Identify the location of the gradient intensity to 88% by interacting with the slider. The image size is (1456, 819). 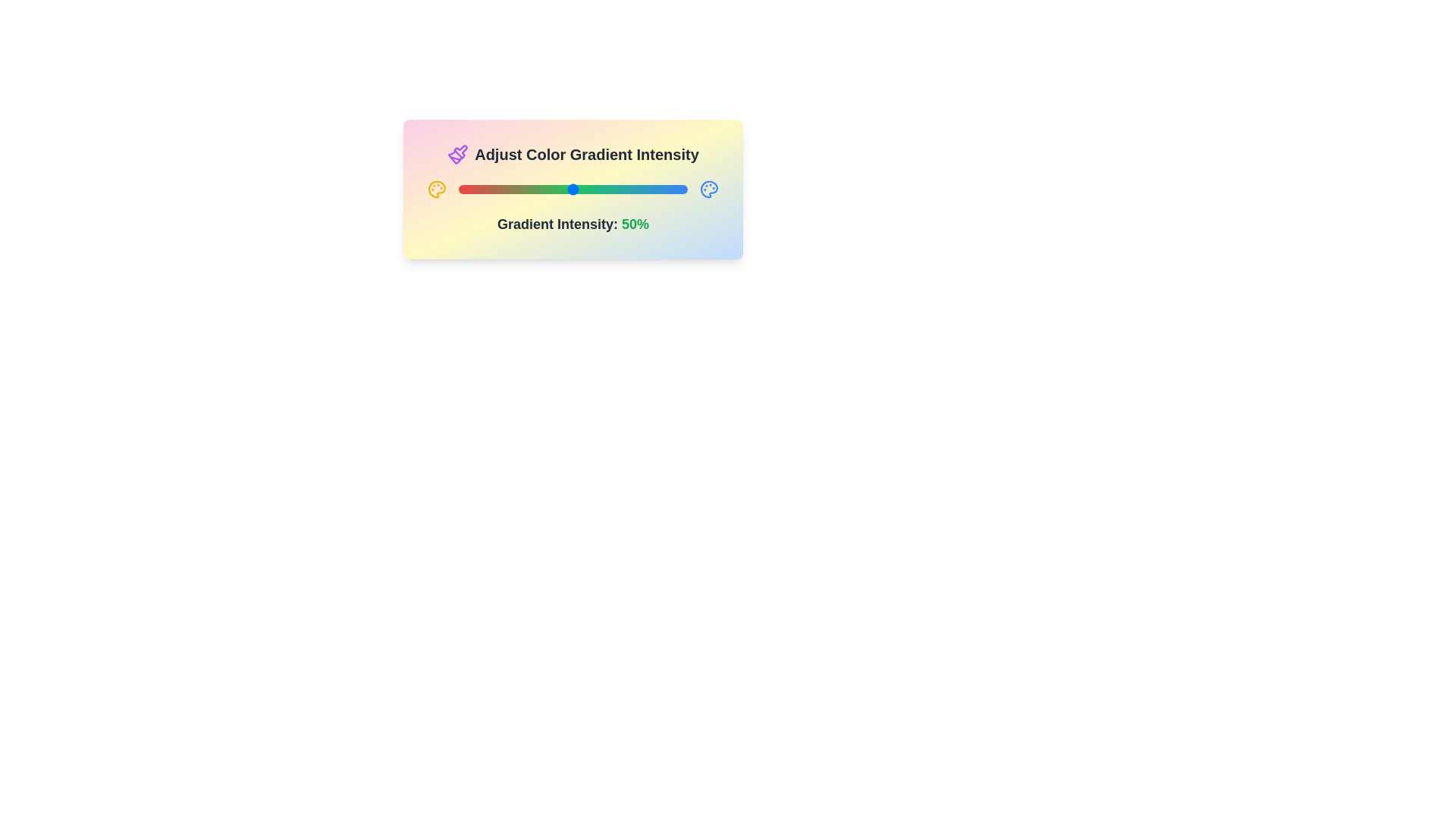
(660, 189).